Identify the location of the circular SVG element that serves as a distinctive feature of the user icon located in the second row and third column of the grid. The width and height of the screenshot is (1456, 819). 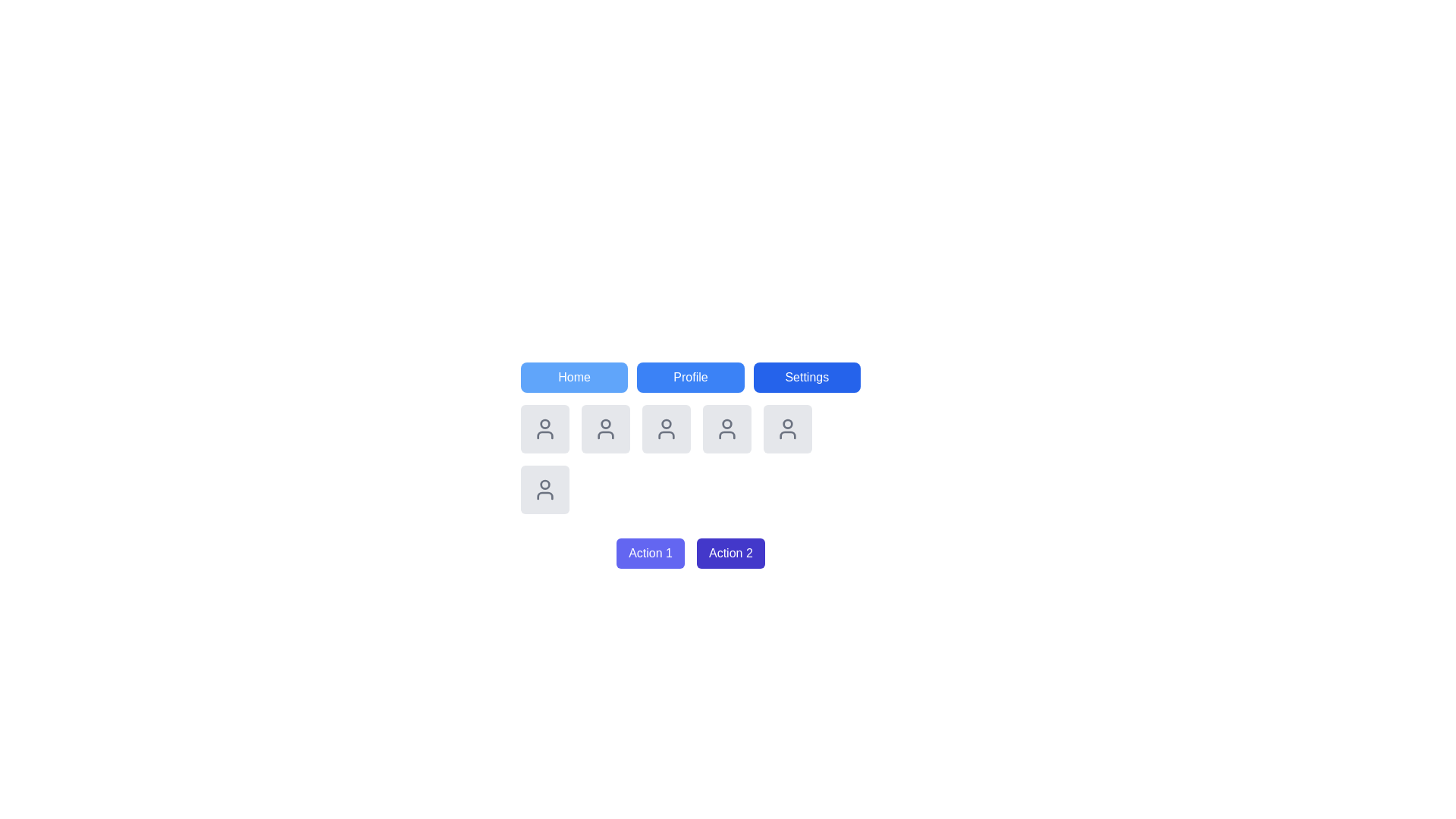
(726, 424).